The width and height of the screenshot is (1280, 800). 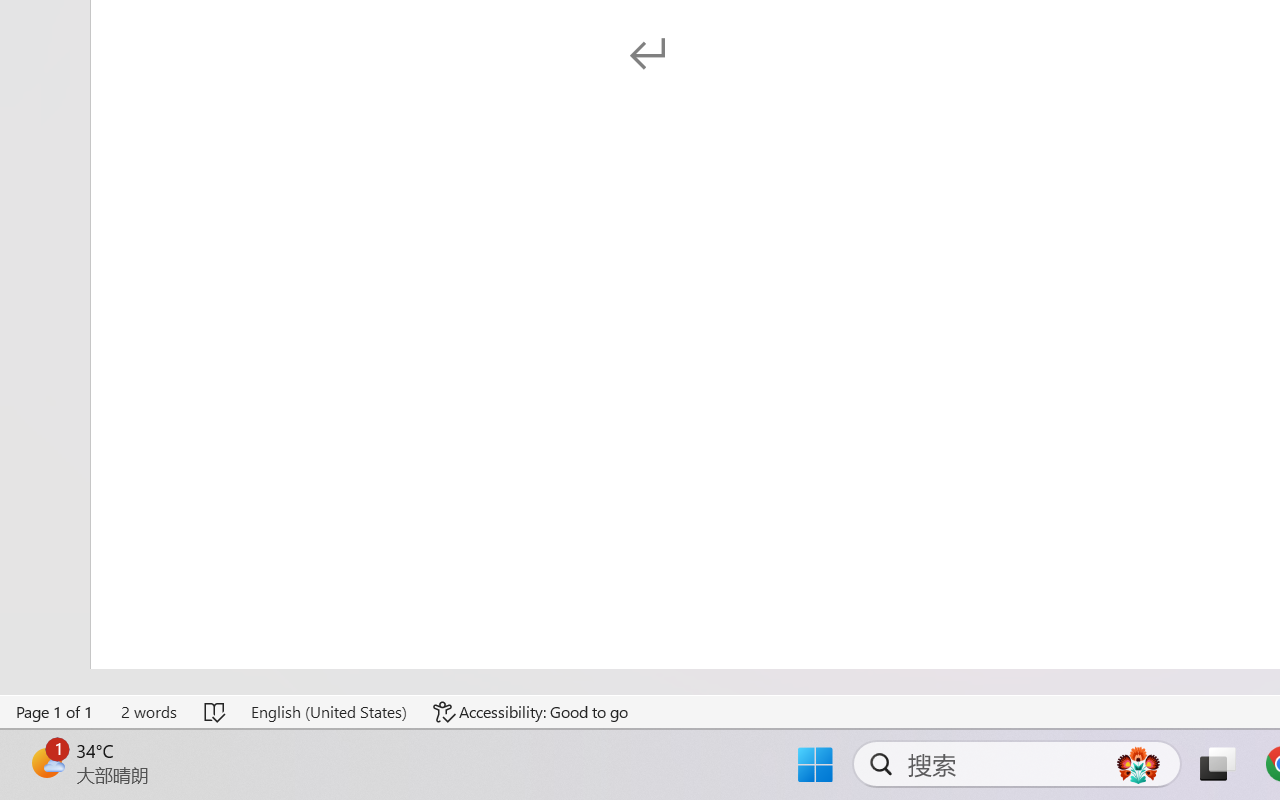 I want to click on 'Spelling and Grammar Check No Errors', so click(x=216, y=711).